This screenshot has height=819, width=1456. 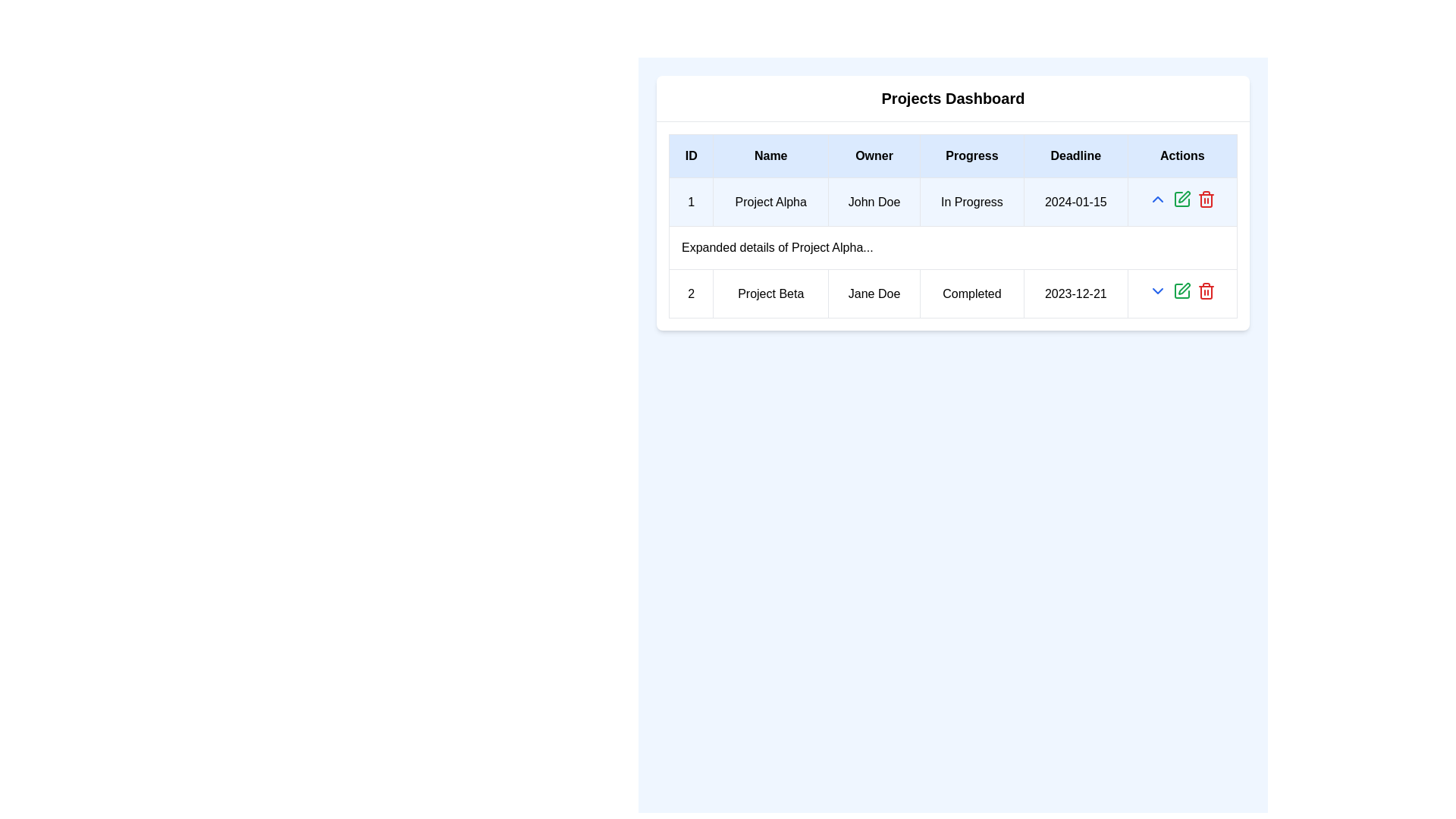 What do you see at coordinates (874, 293) in the screenshot?
I see `the static text label showing the owner's name in the second row of the 'Projects Dashboard' table, located under the 'Owner' column` at bounding box center [874, 293].